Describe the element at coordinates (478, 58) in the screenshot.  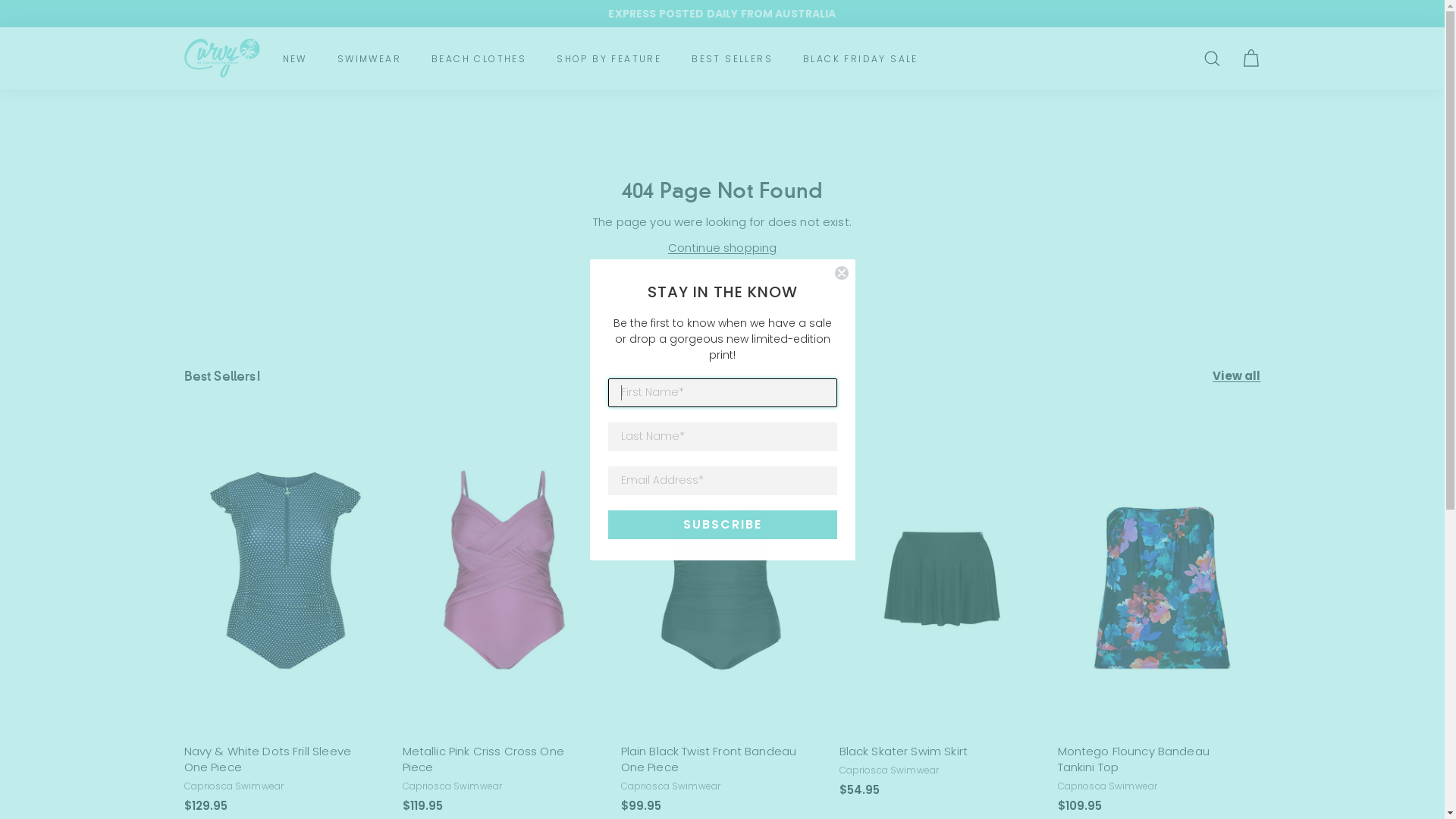
I see `'BEACH CLOTHES'` at that location.